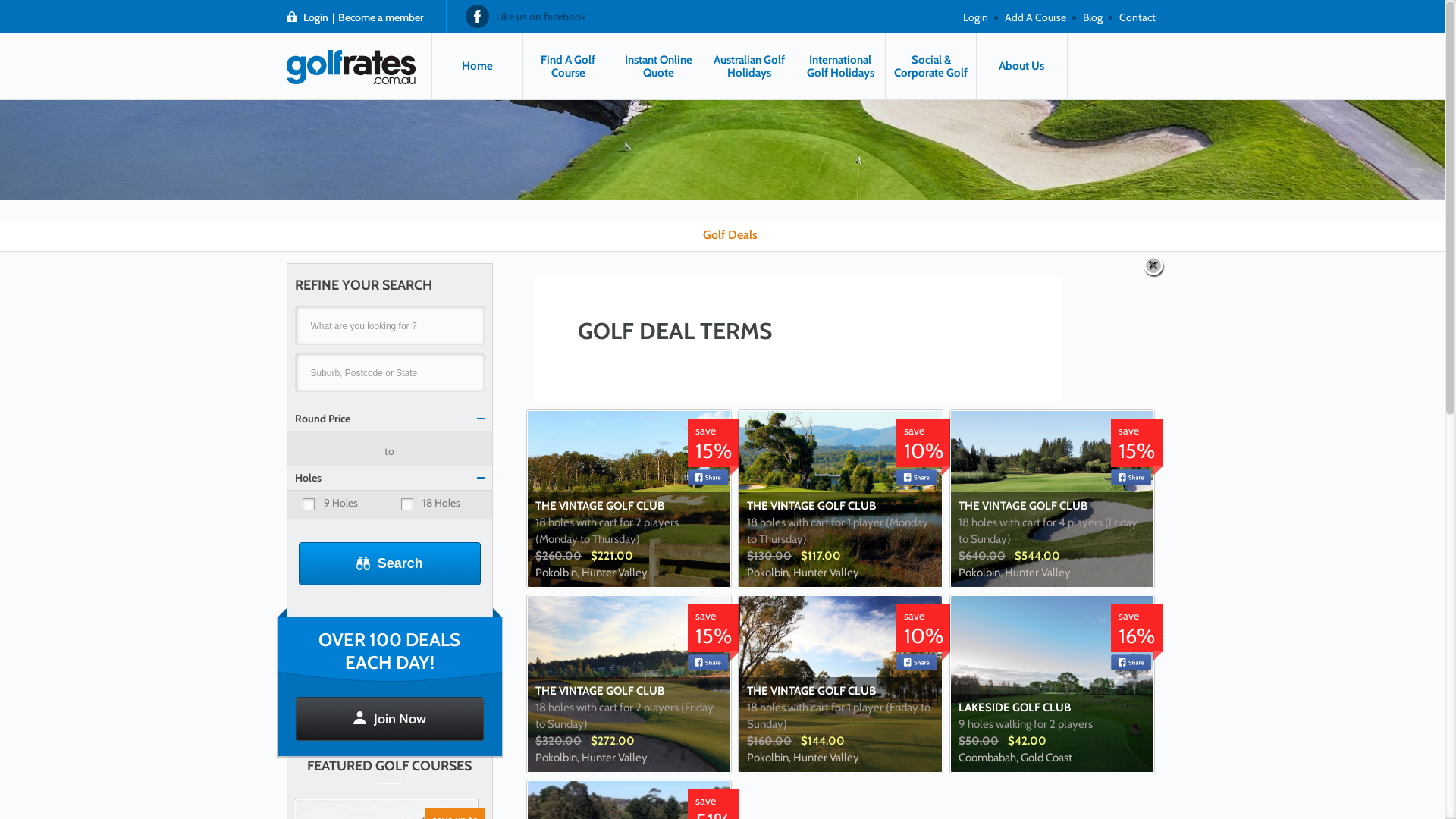  I want to click on 'Join Now', so click(295, 718).